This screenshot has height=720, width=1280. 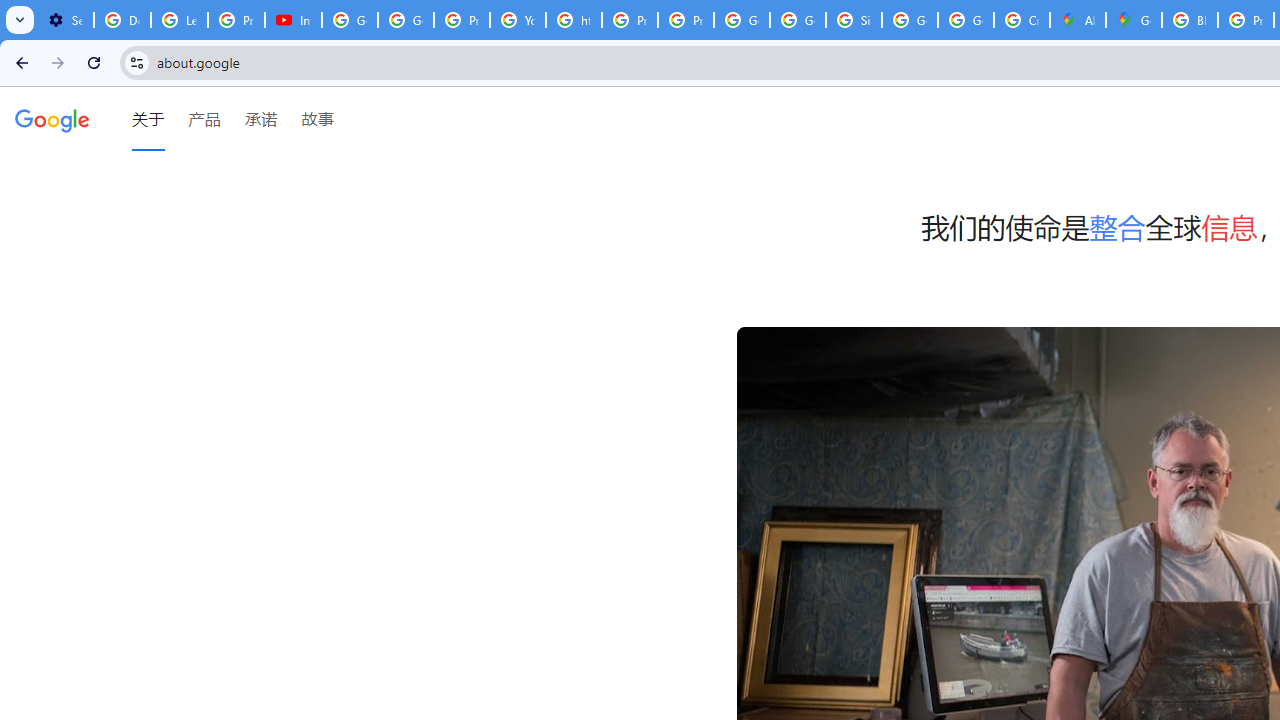 I want to click on 'YouTube', so click(x=518, y=20).